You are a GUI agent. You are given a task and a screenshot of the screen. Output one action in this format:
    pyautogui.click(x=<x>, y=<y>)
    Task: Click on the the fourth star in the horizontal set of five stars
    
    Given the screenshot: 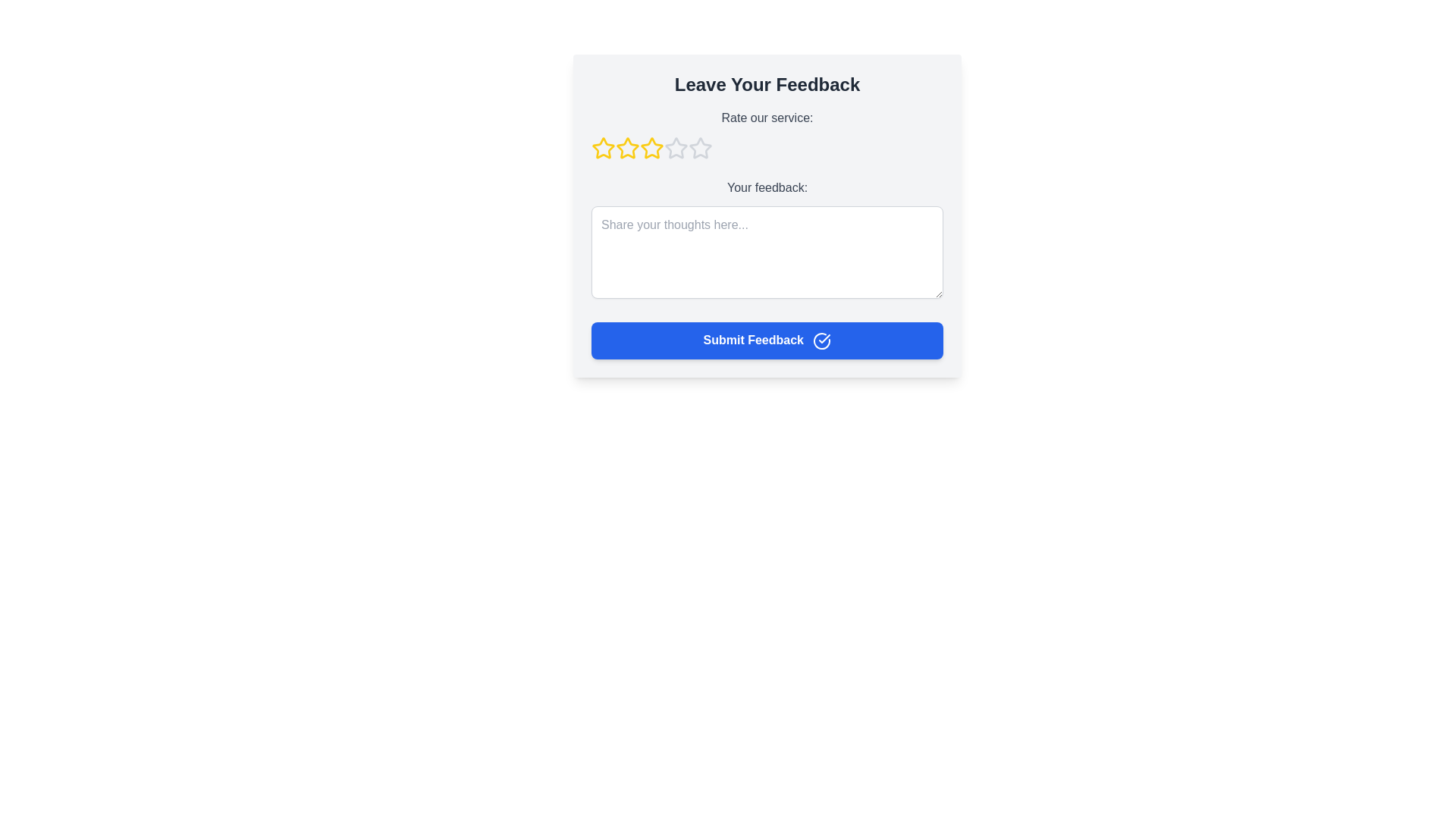 What is the action you would take?
    pyautogui.click(x=698, y=148)
    